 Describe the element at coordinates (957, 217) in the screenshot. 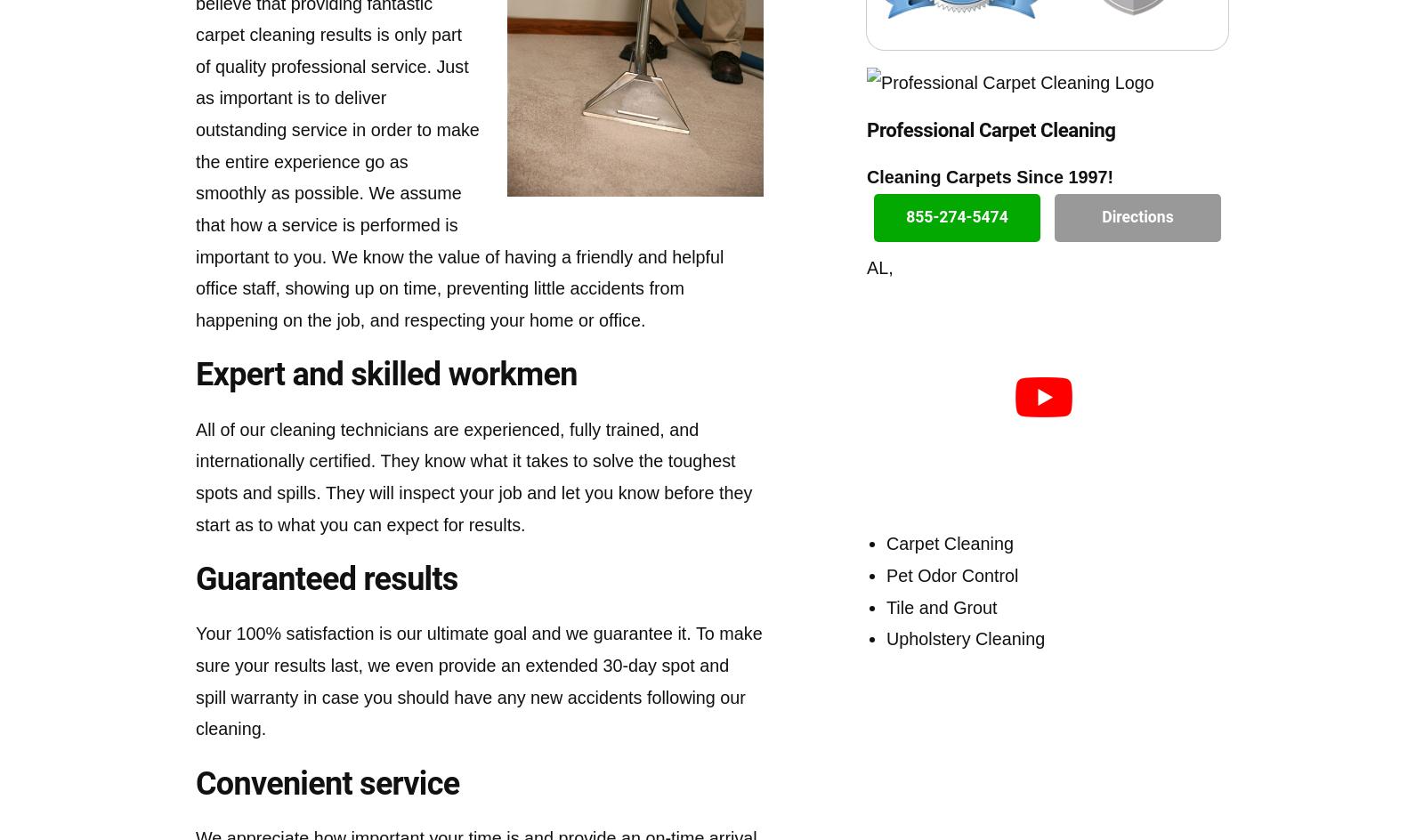

I see `'855-274-5474'` at that location.